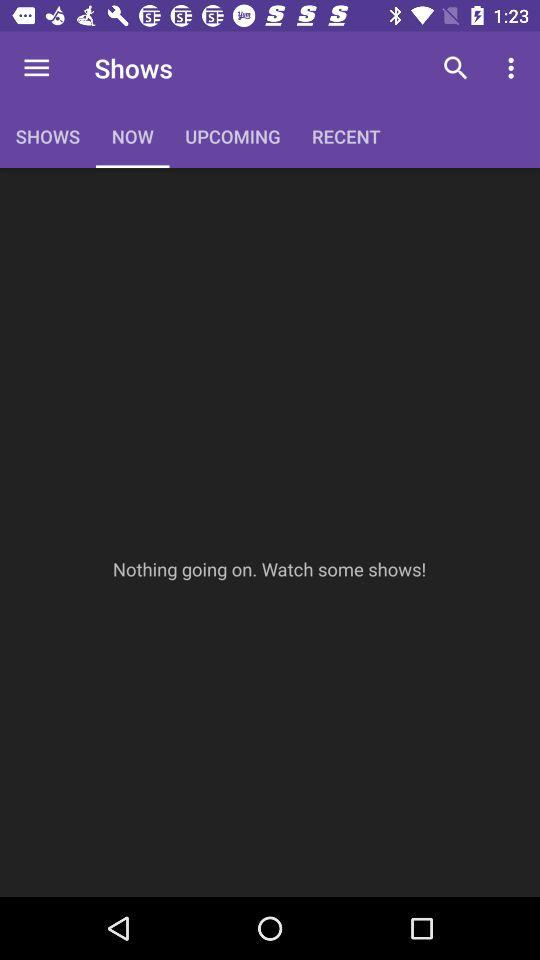 Image resolution: width=540 pixels, height=960 pixels. What do you see at coordinates (455, 68) in the screenshot?
I see `icon next to the recent item` at bounding box center [455, 68].